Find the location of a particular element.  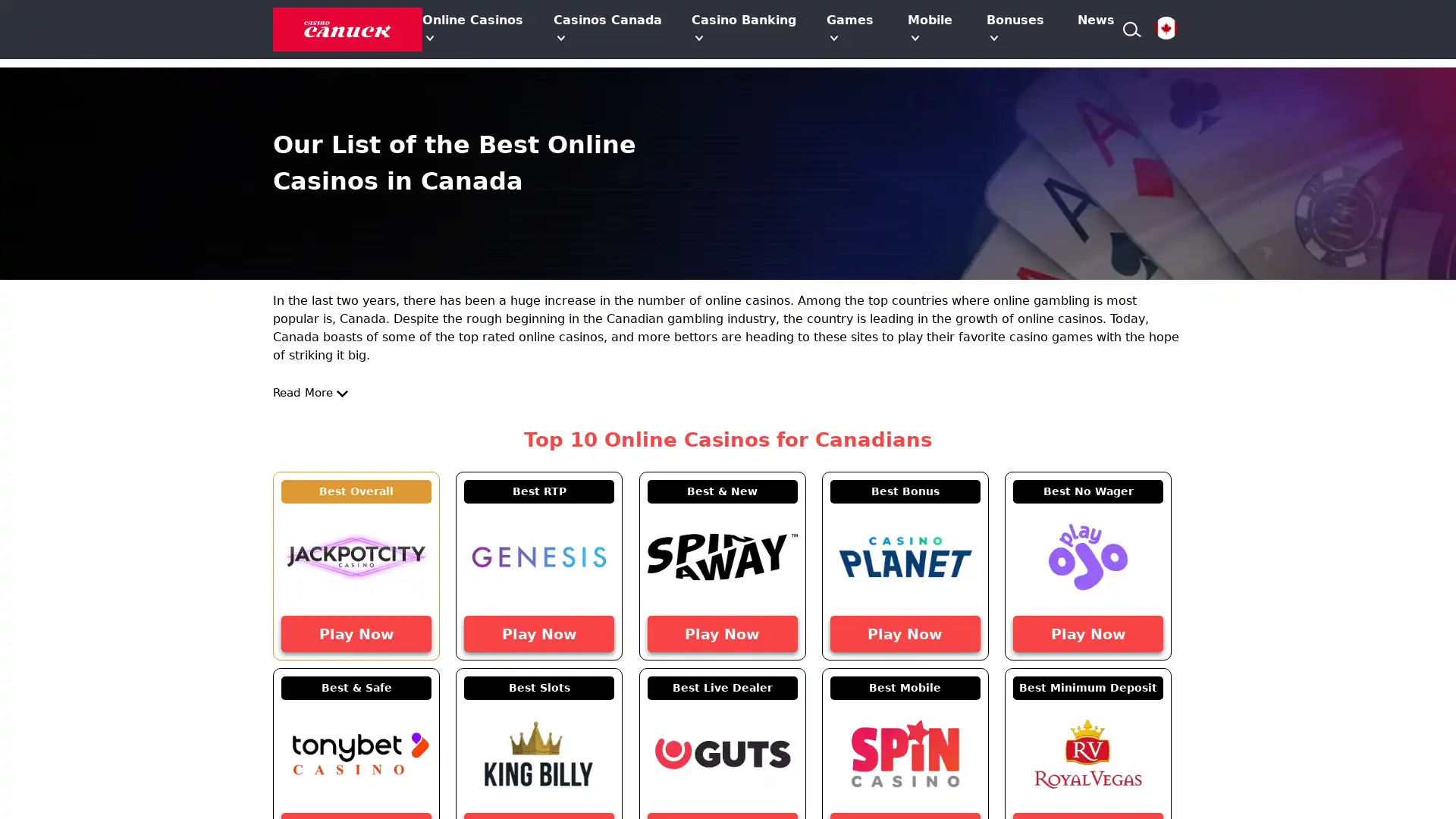

en_CA is located at coordinates (1165, 29).